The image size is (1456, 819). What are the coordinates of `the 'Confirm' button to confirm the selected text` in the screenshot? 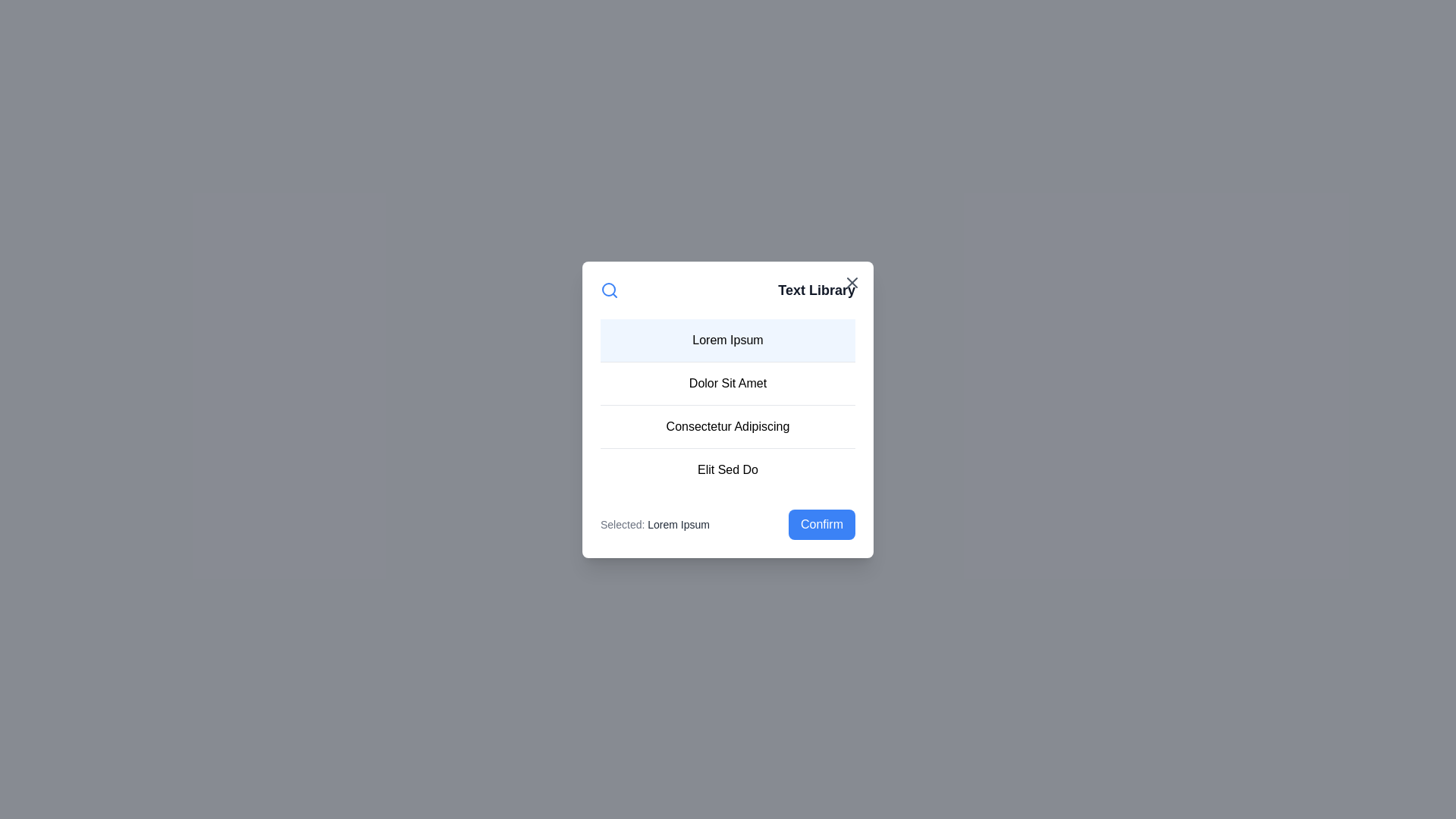 It's located at (821, 523).